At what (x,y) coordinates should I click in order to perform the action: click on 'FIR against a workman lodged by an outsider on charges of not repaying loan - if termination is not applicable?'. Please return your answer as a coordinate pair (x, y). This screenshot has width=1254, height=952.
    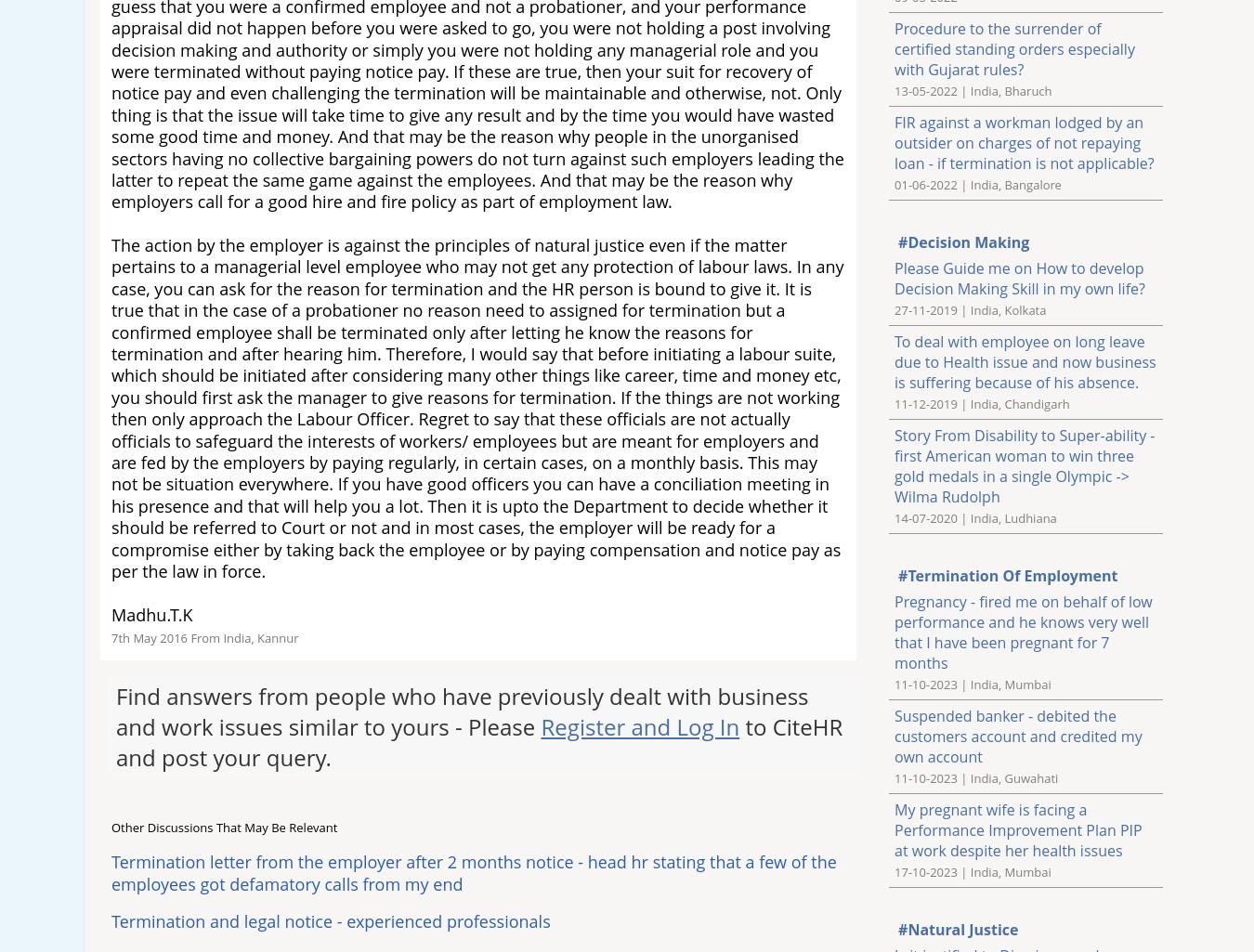
    Looking at the image, I should click on (1024, 141).